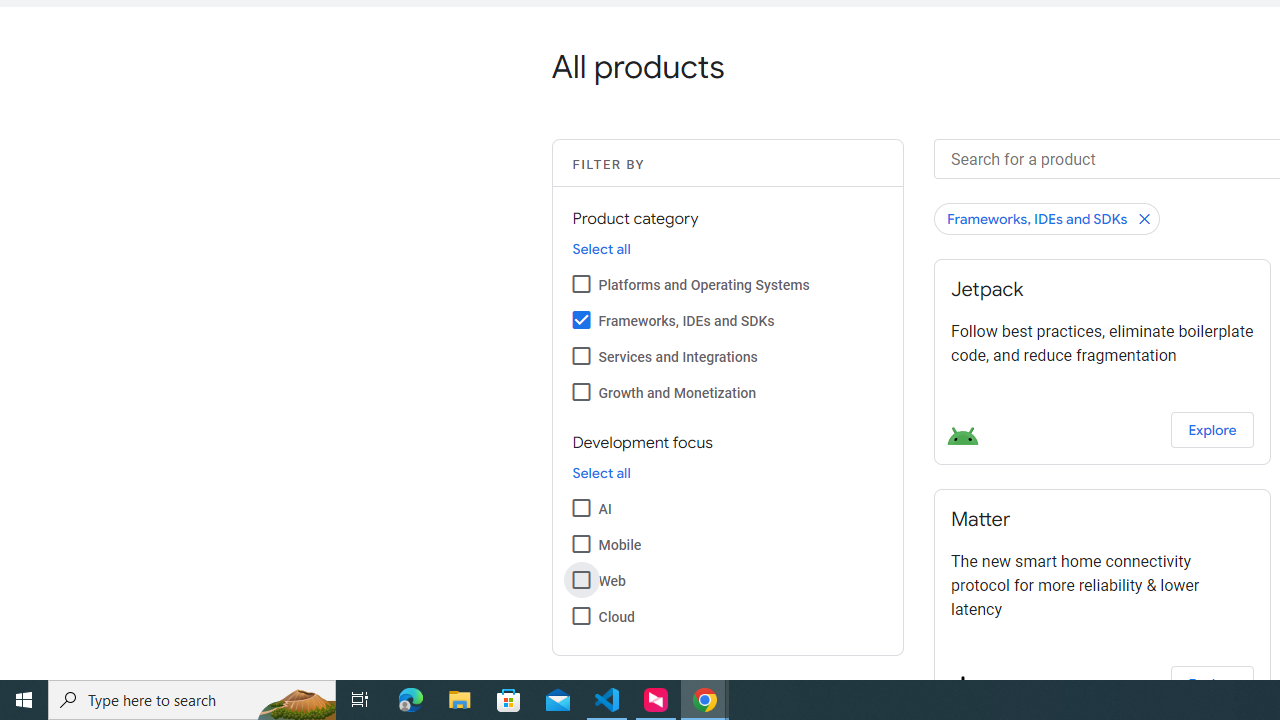 Image resolution: width=1280 pixels, height=720 pixels. Describe the element at coordinates (580, 614) in the screenshot. I see `'Cloud'` at that location.